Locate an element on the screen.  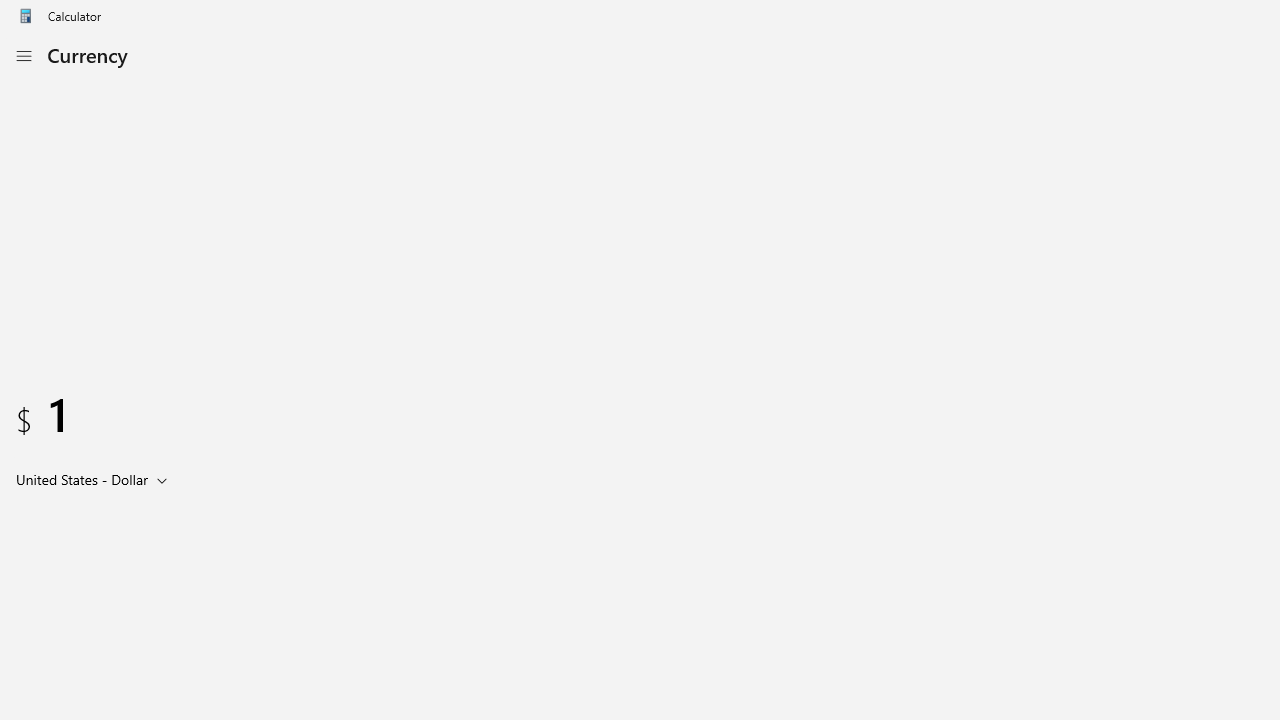
'Input unit' is located at coordinates (95, 479).